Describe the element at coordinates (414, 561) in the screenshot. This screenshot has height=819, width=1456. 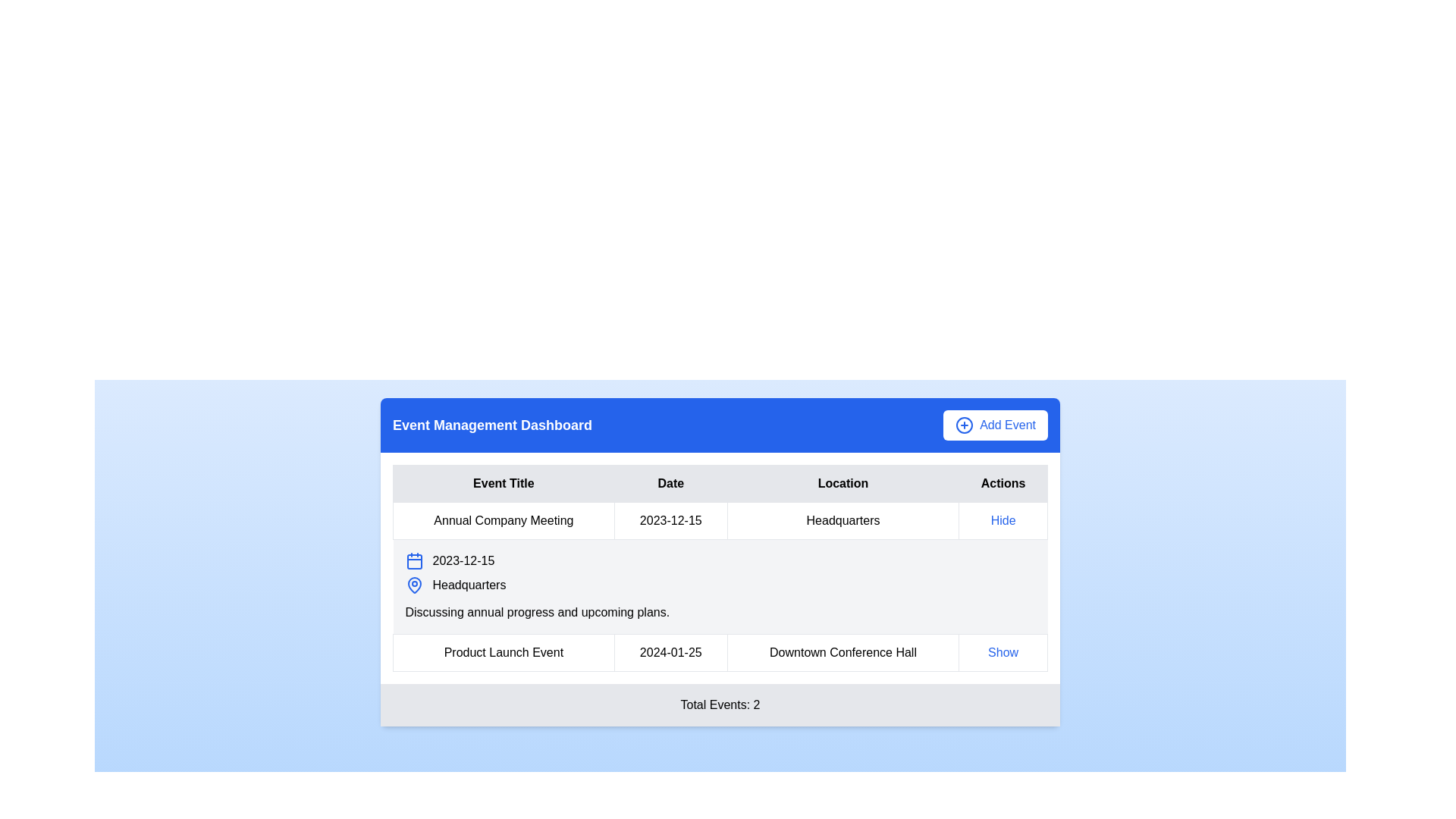
I see `the small calendar icon with blue outlines located at the beginning of the information row before the event date '2023-12-15'` at that location.